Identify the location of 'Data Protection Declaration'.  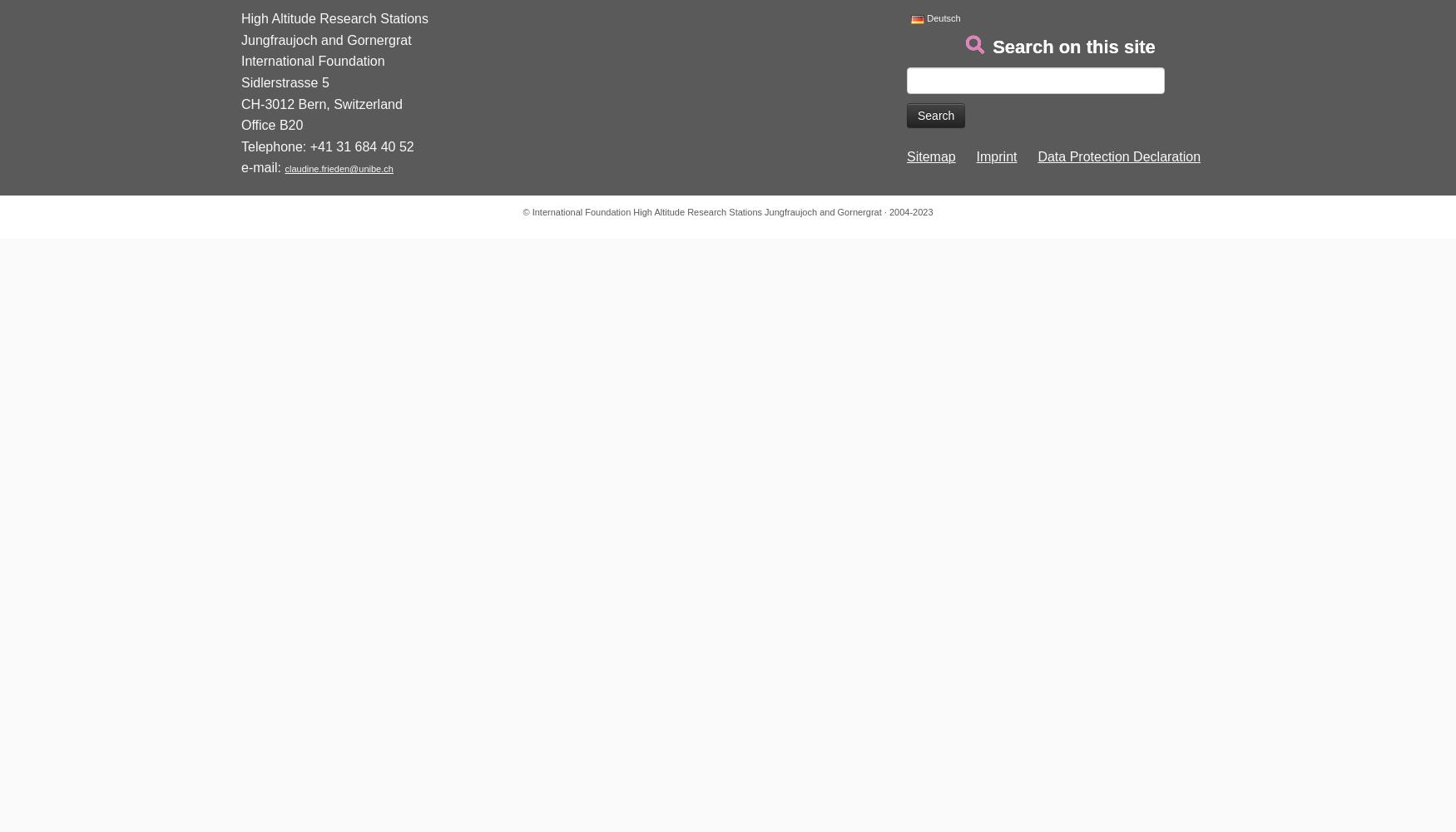
(1119, 156).